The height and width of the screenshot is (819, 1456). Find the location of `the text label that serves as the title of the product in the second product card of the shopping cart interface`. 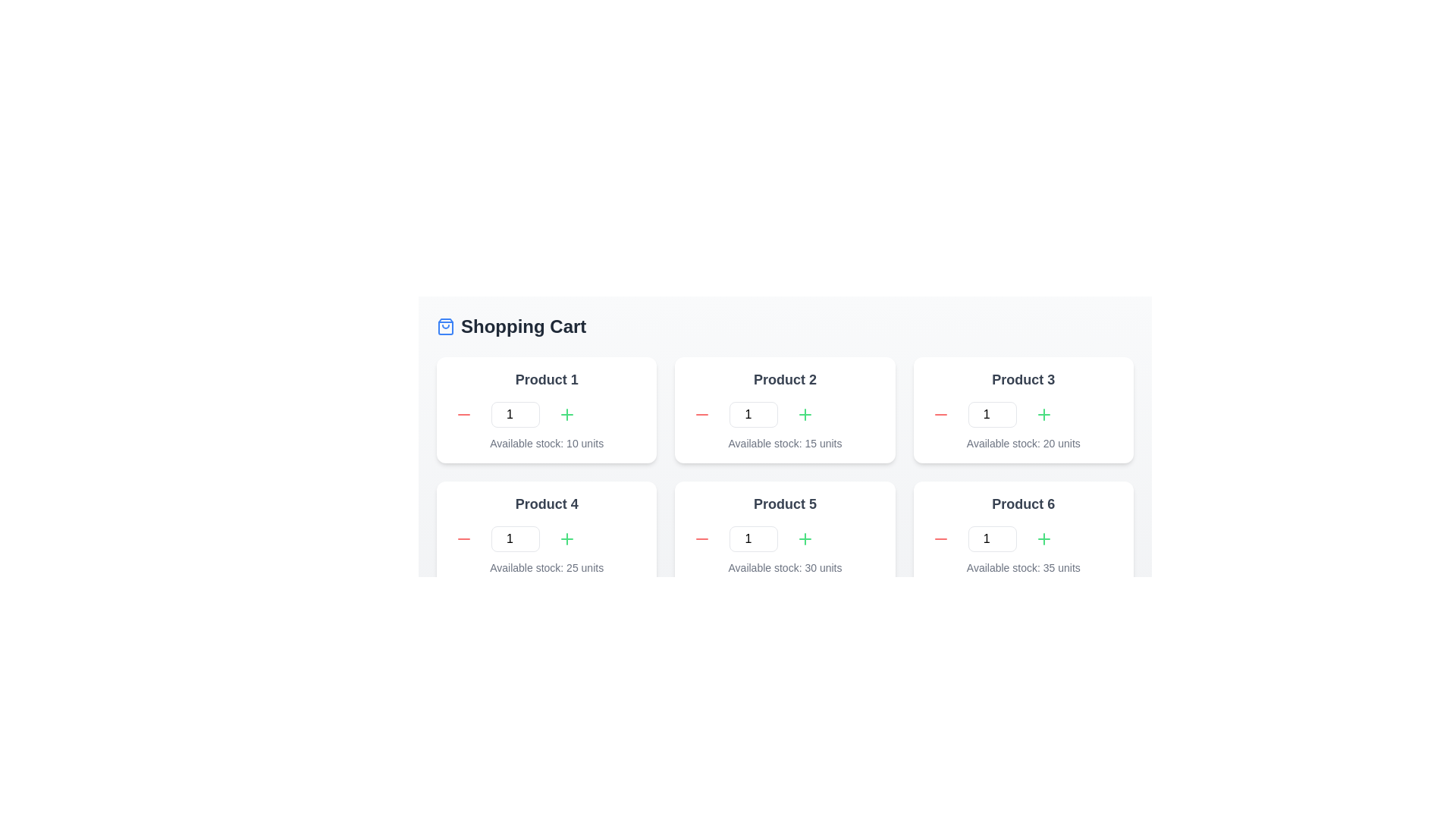

the text label that serves as the title of the product in the second product card of the shopping cart interface is located at coordinates (785, 379).